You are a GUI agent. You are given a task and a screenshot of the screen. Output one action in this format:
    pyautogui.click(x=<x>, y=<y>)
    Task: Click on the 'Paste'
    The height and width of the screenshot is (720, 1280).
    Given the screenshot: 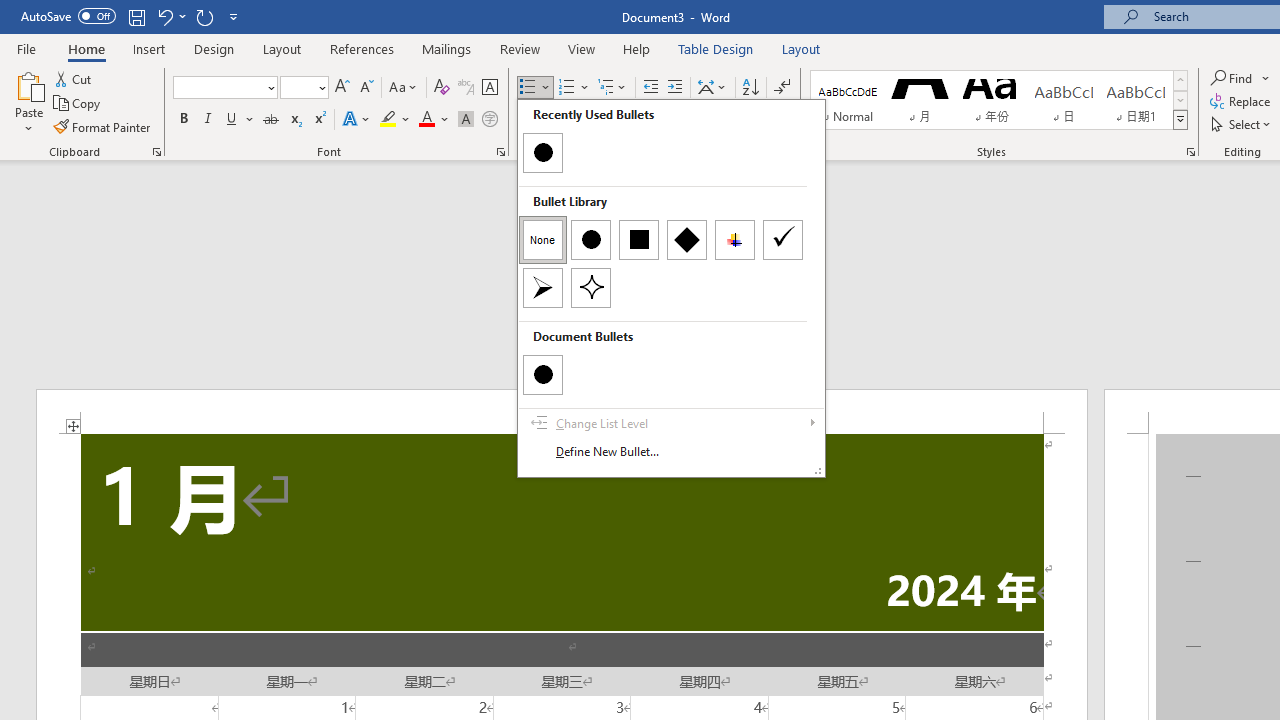 What is the action you would take?
    pyautogui.click(x=28, y=84)
    